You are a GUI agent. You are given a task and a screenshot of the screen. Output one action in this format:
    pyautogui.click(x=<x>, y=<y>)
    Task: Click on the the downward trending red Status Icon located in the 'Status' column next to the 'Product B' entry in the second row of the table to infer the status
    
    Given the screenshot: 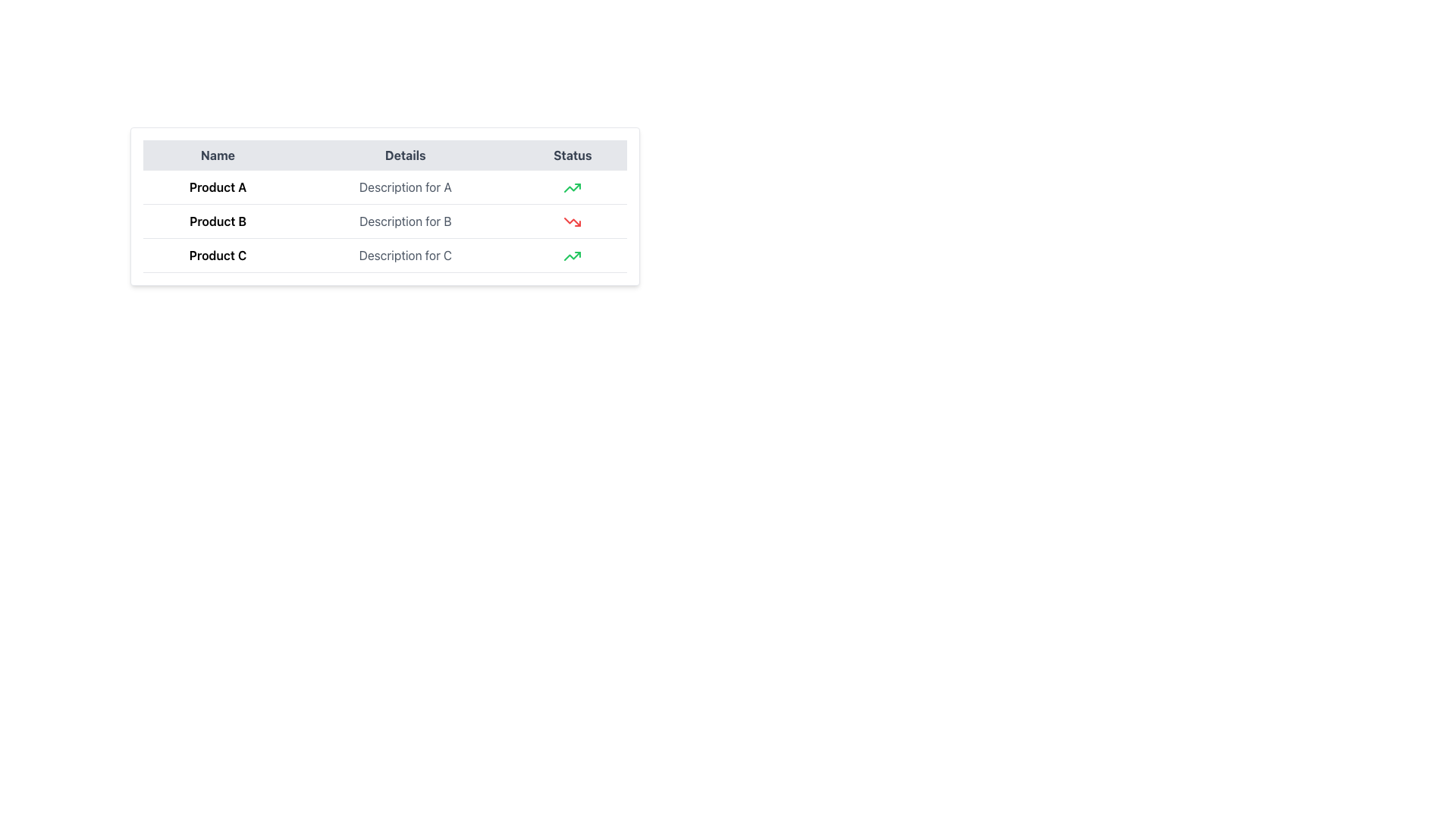 What is the action you would take?
    pyautogui.click(x=572, y=222)
    